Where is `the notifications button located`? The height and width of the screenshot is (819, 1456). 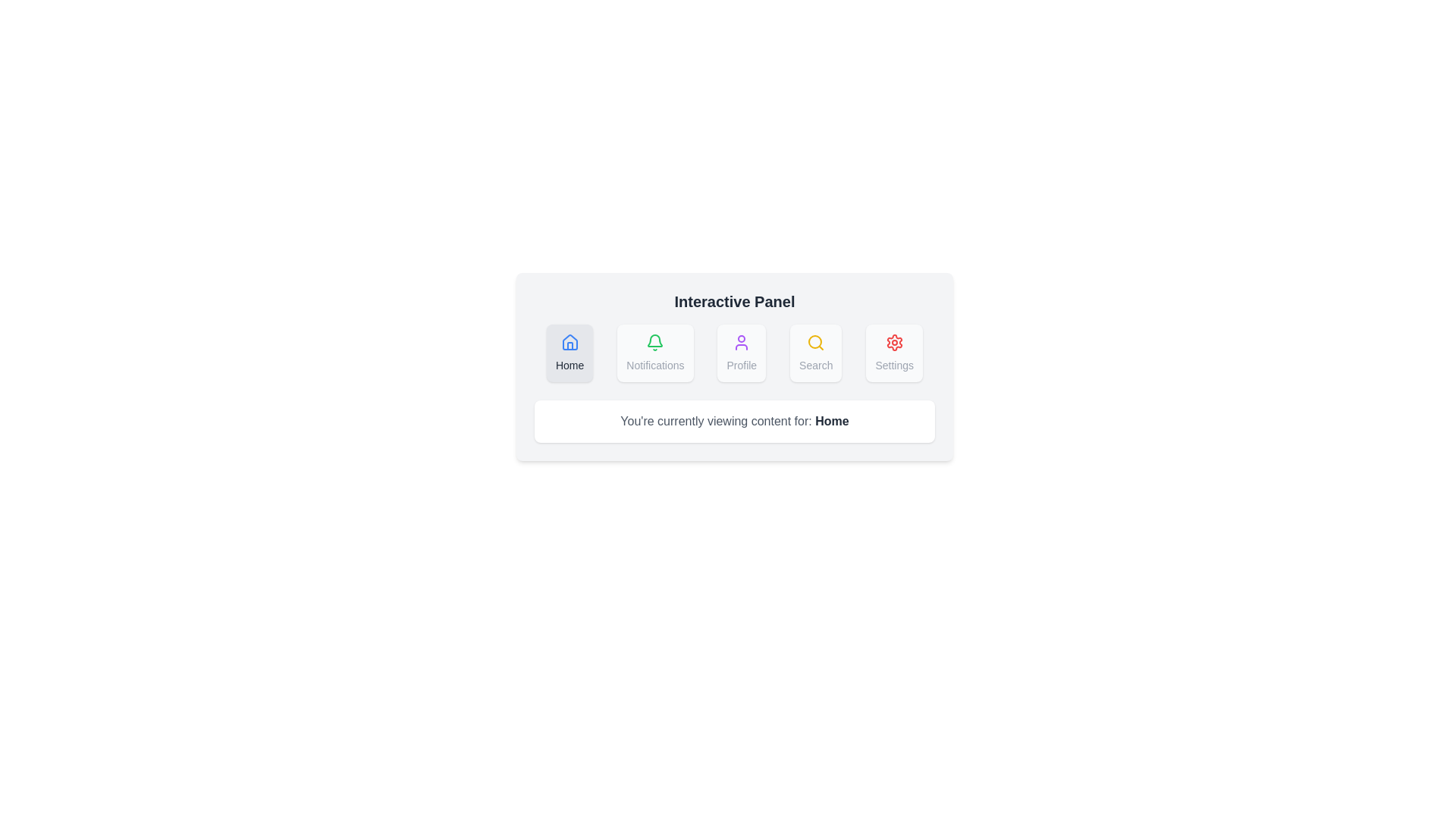
the notifications button located is located at coordinates (655, 353).